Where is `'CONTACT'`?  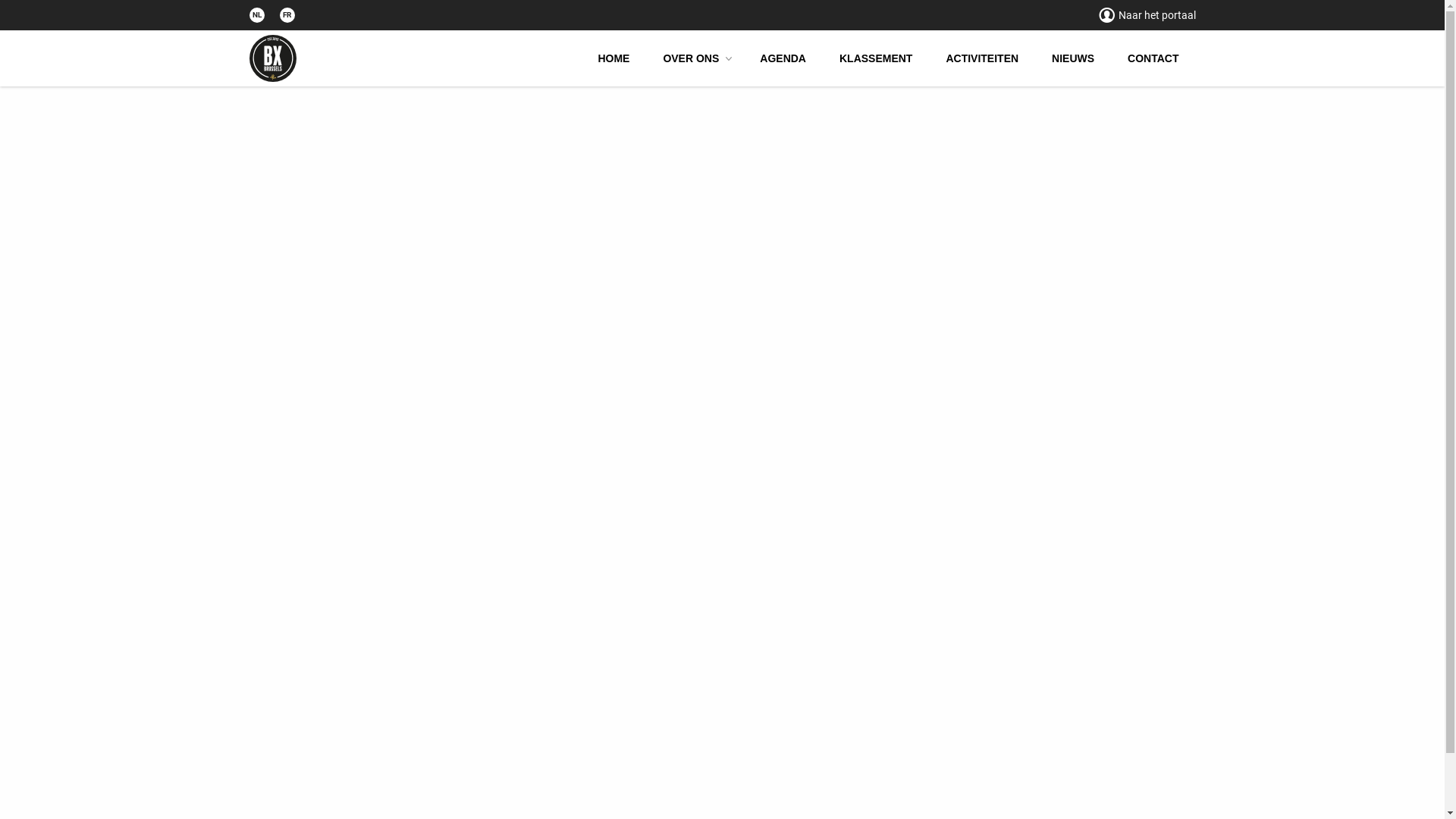
'CONTACT' is located at coordinates (1153, 58).